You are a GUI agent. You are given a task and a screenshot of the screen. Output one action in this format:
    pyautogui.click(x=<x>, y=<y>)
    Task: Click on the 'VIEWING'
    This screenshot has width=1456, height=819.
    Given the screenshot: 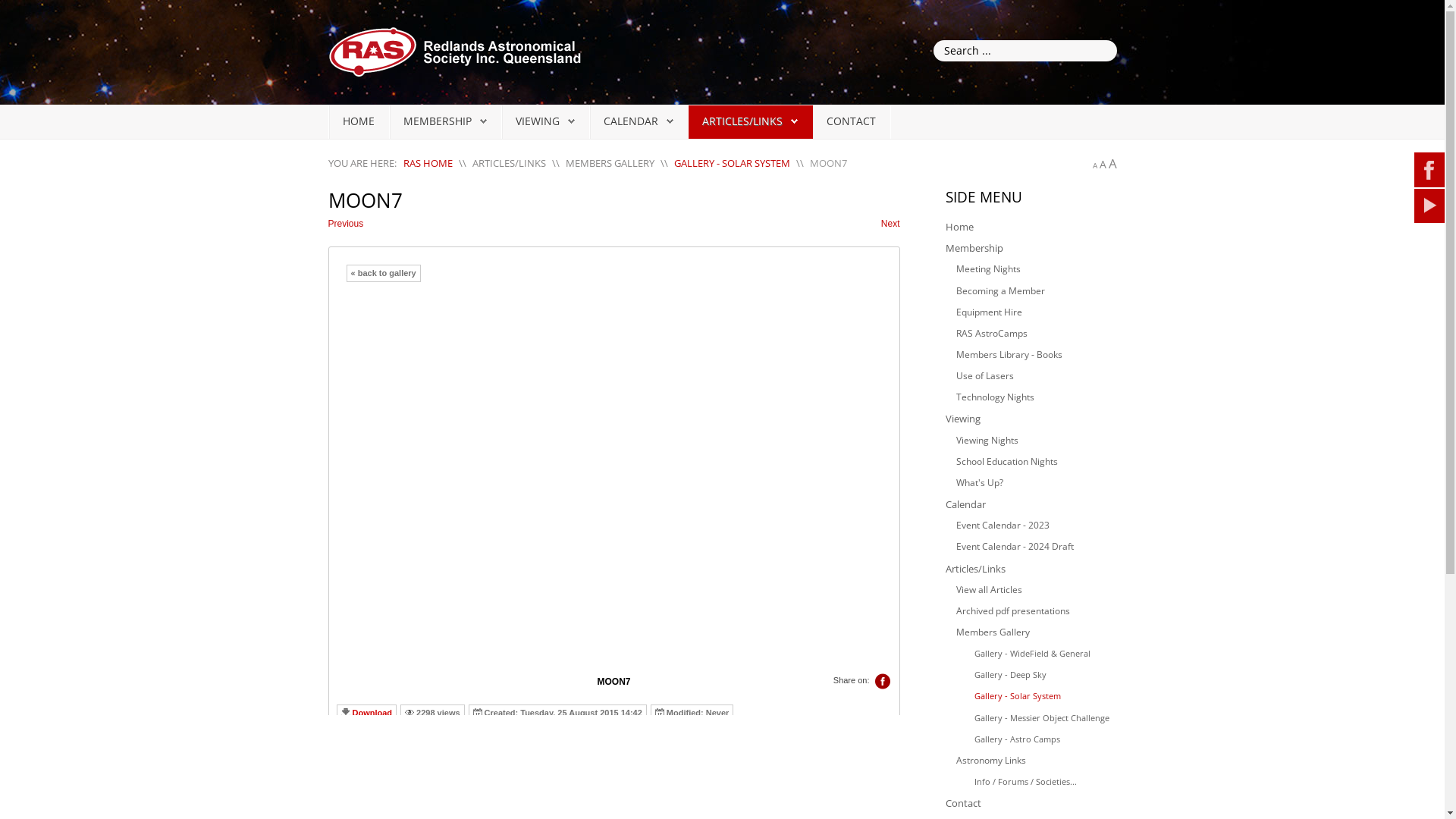 What is the action you would take?
    pyautogui.click(x=538, y=120)
    